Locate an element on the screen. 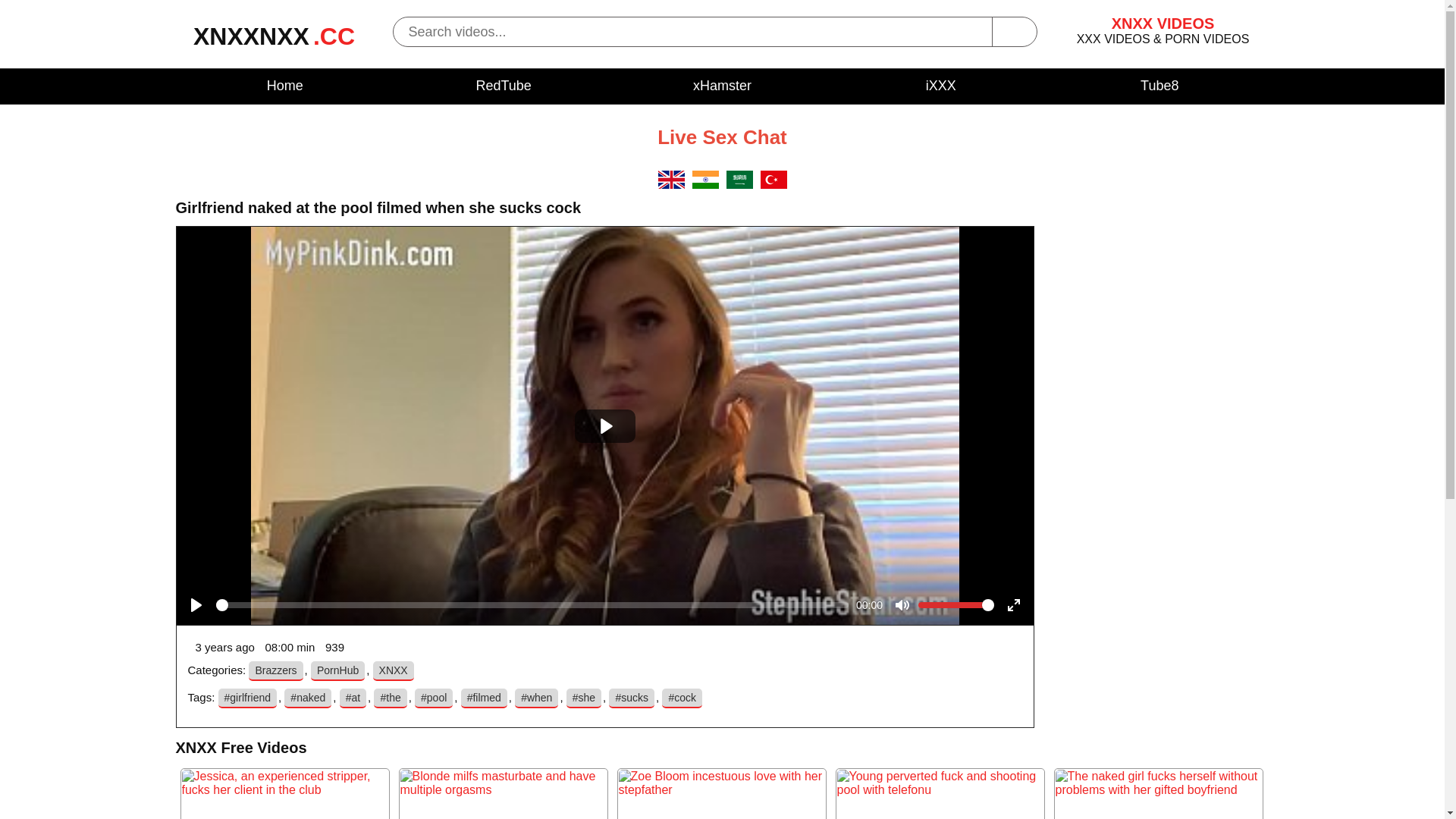  '#at' is located at coordinates (352, 698).